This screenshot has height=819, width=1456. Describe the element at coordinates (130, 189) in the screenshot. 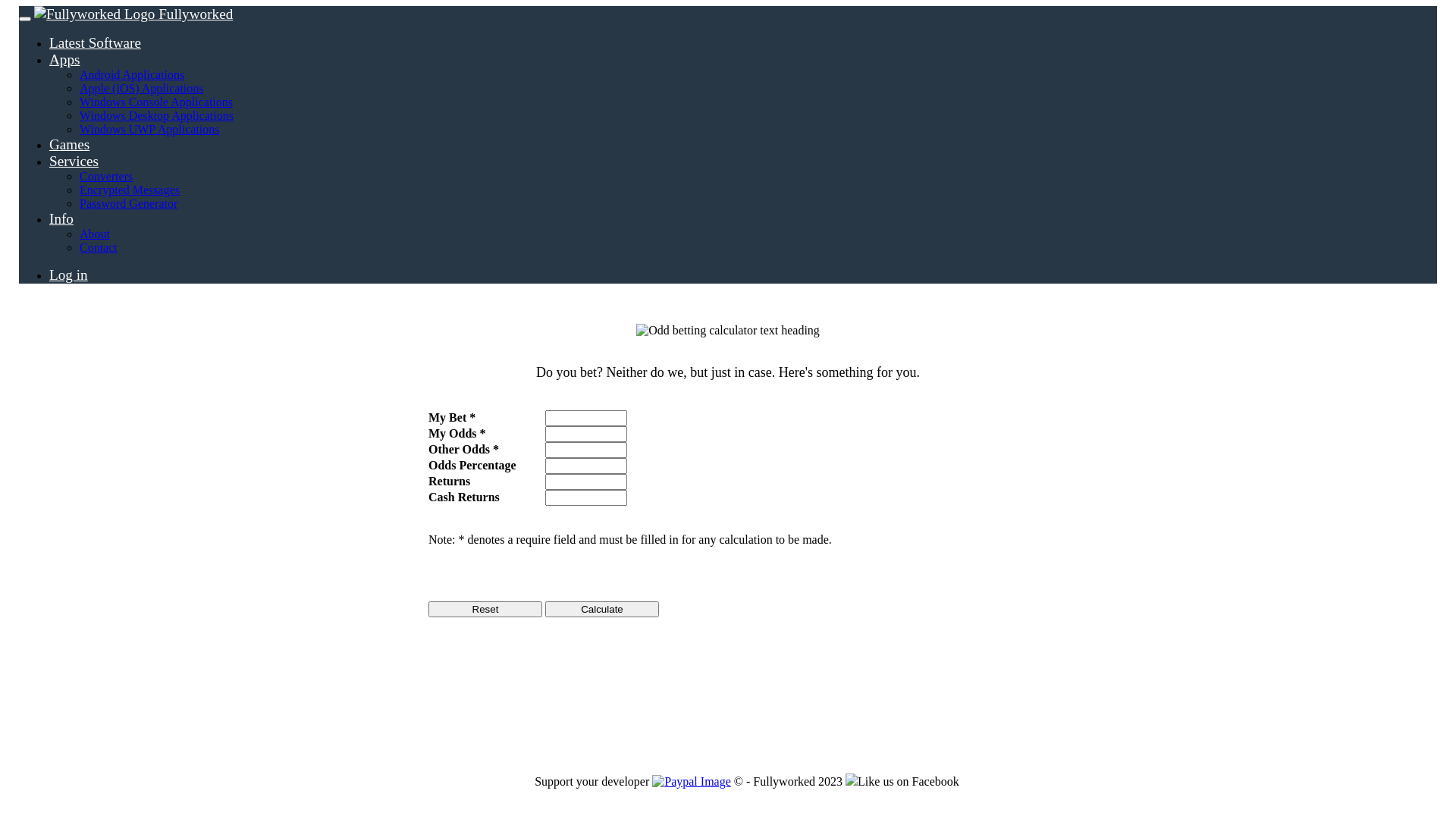

I see `'Encrypted Messages'` at that location.